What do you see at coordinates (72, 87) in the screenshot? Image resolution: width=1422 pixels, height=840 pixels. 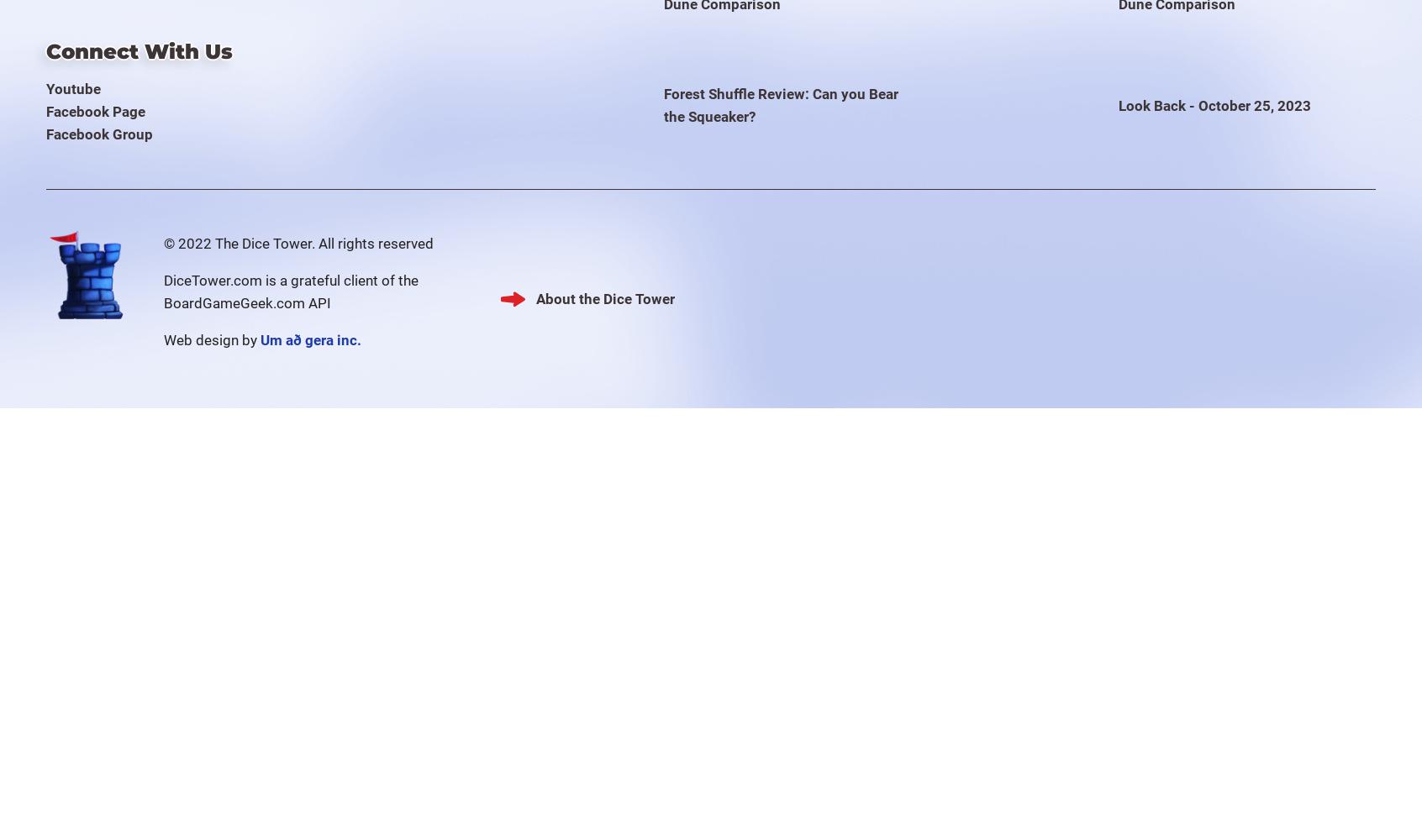 I see `'Youtube'` at bounding box center [72, 87].